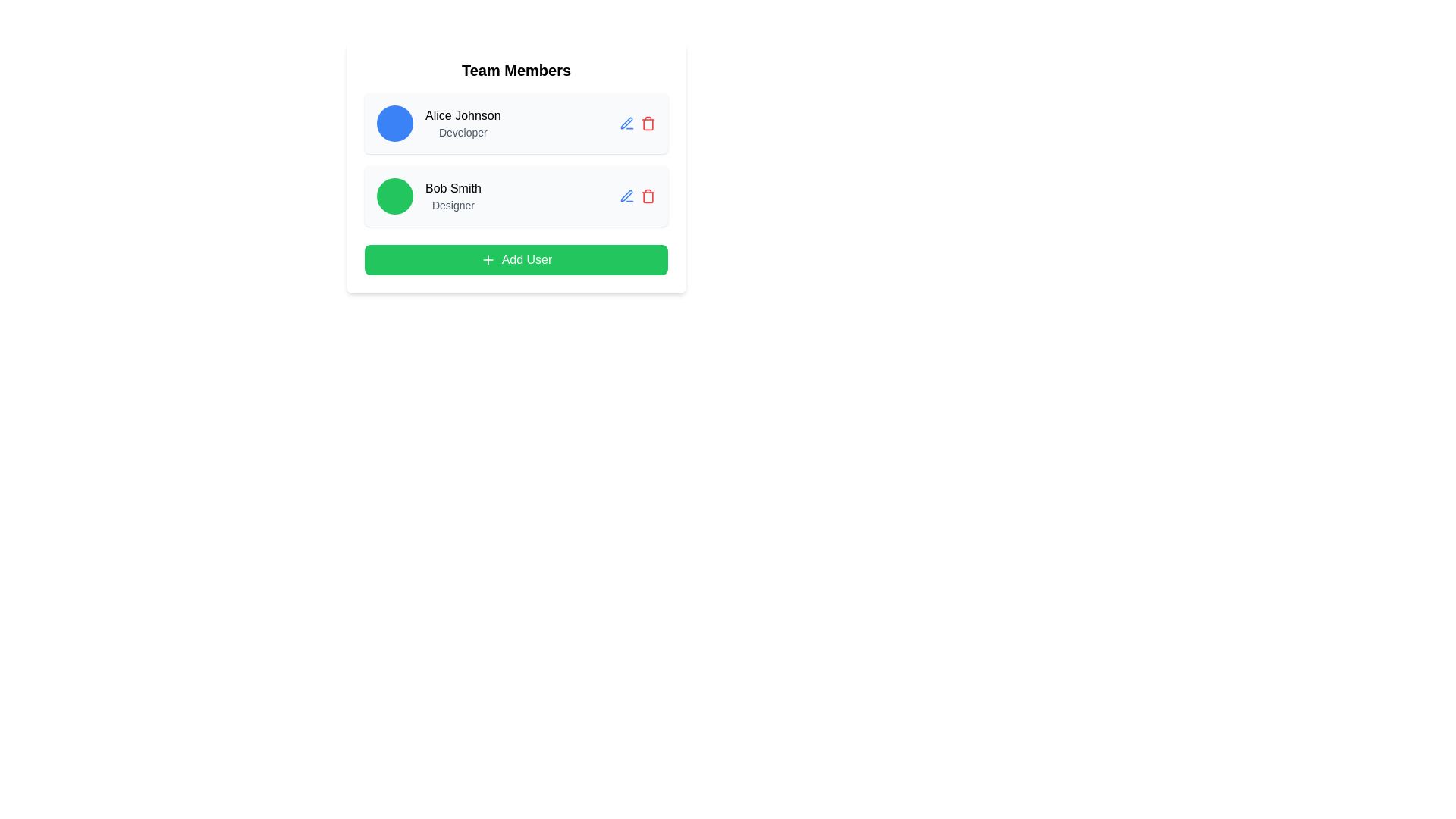 Image resolution: width=1456 pixels, height=819 pixels. I want to click on the Card-like user information display for team member Alice Johnson, so click(516, 122).